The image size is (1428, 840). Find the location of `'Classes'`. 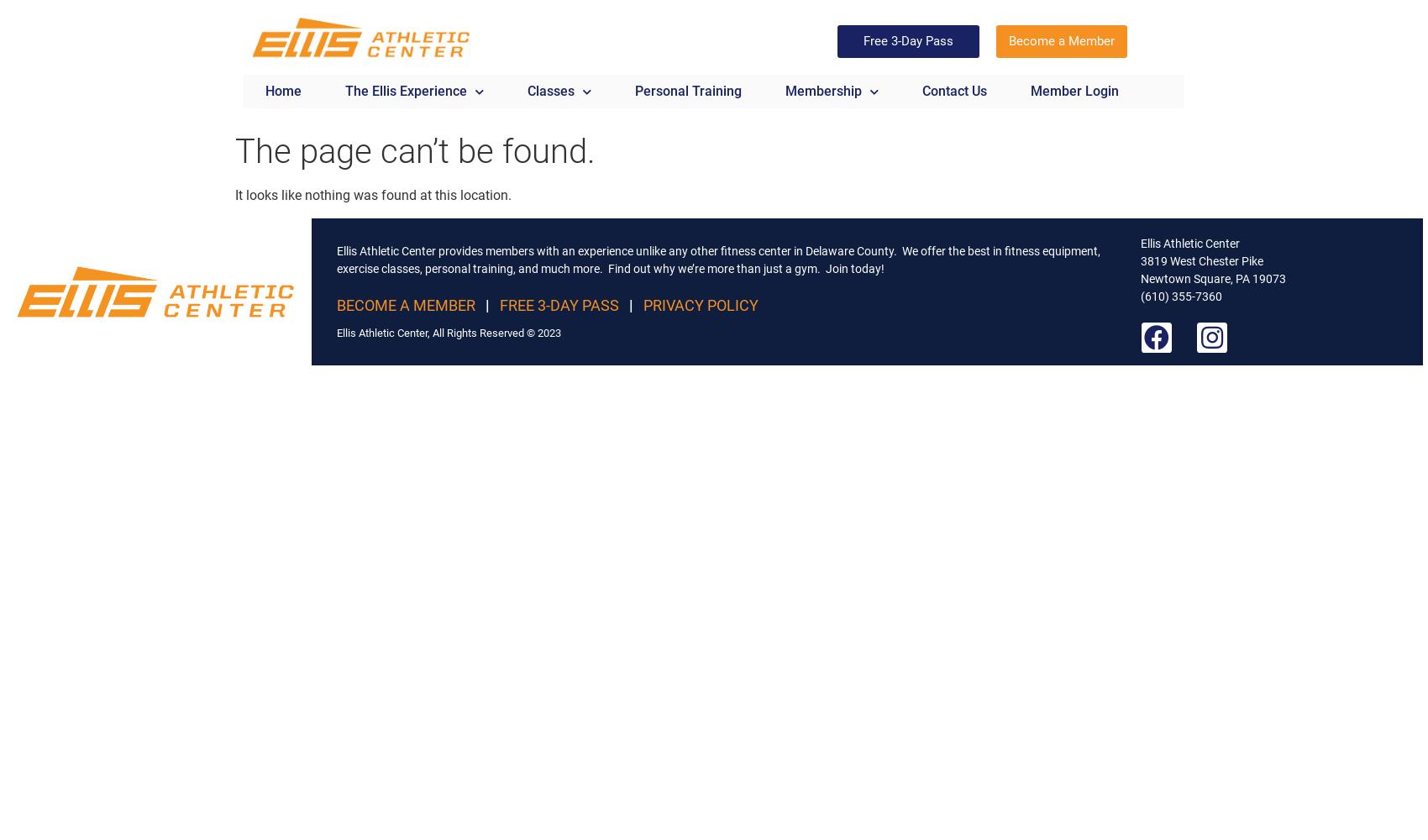

'Classes' is located at coordinates (551, 90).